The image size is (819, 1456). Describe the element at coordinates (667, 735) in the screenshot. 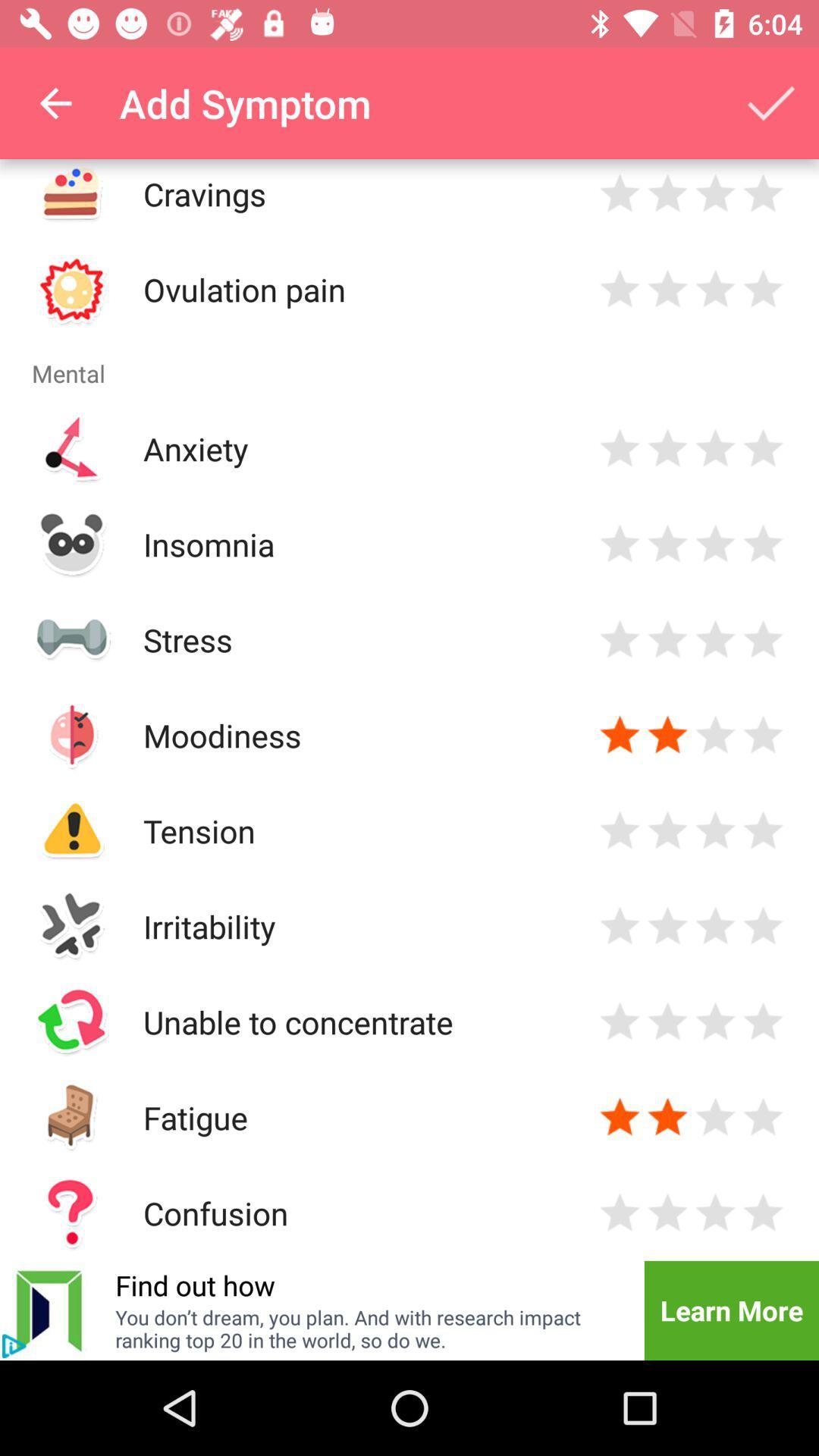

I see `two star rating` at that location.